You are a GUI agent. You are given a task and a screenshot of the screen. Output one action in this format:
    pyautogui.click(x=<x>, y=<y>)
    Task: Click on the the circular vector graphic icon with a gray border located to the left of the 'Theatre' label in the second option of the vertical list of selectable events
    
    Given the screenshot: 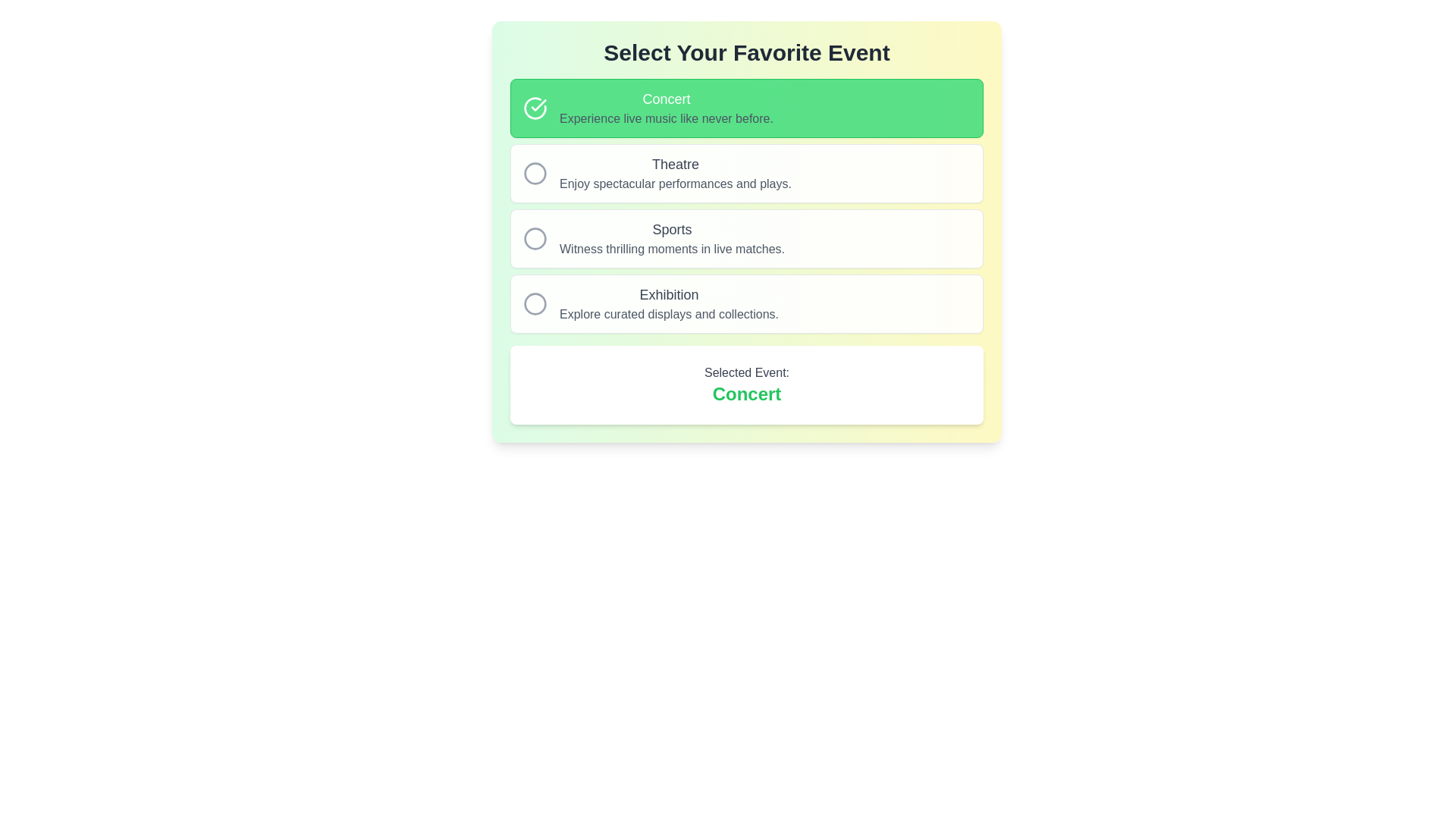 What is the action you would take?
    pyautogui.click(x=535, y=172)
    